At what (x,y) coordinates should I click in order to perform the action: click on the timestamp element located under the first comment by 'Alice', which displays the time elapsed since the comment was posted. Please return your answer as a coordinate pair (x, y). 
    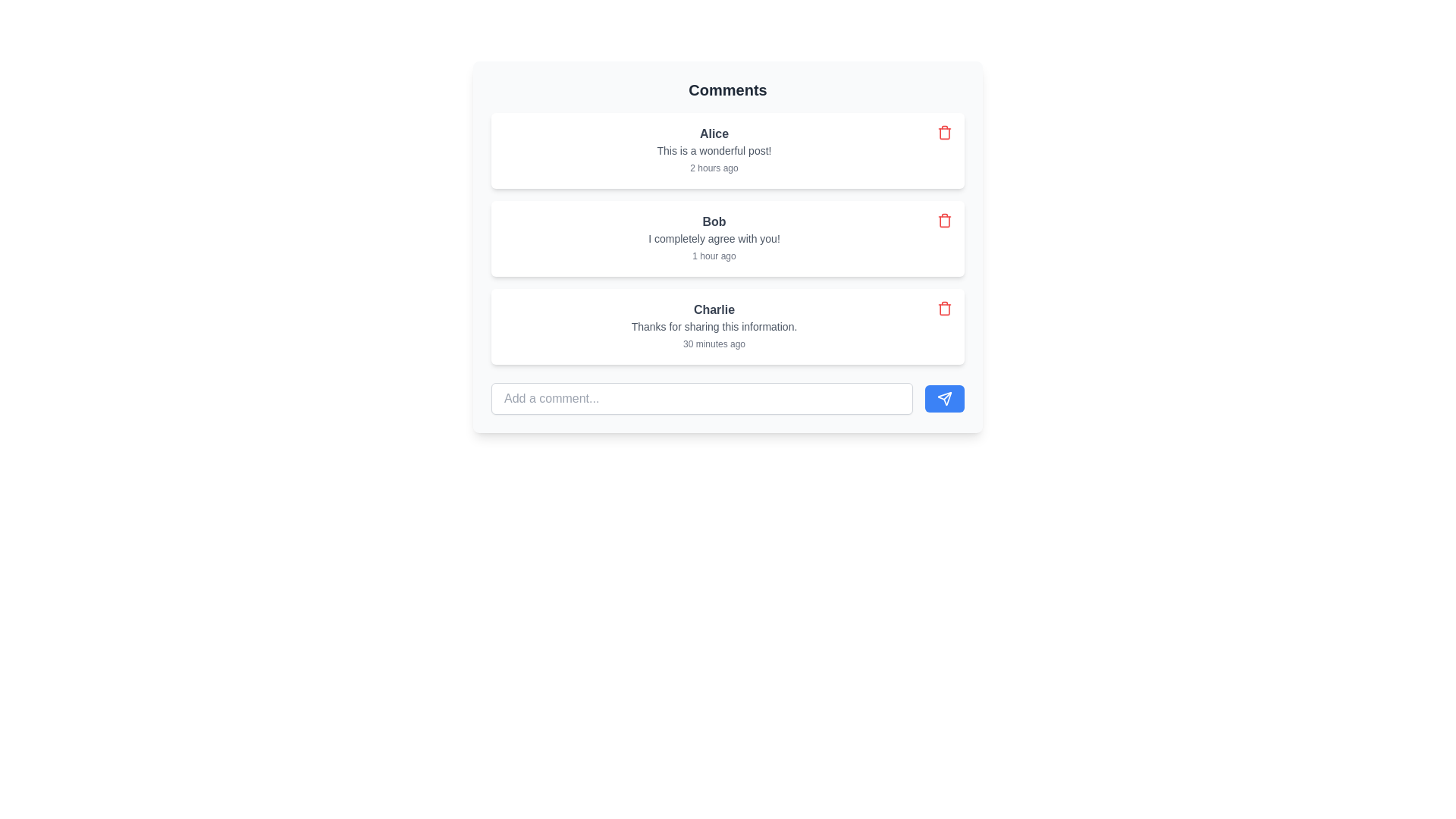
    Looking at the image, I should click on (713, 168).